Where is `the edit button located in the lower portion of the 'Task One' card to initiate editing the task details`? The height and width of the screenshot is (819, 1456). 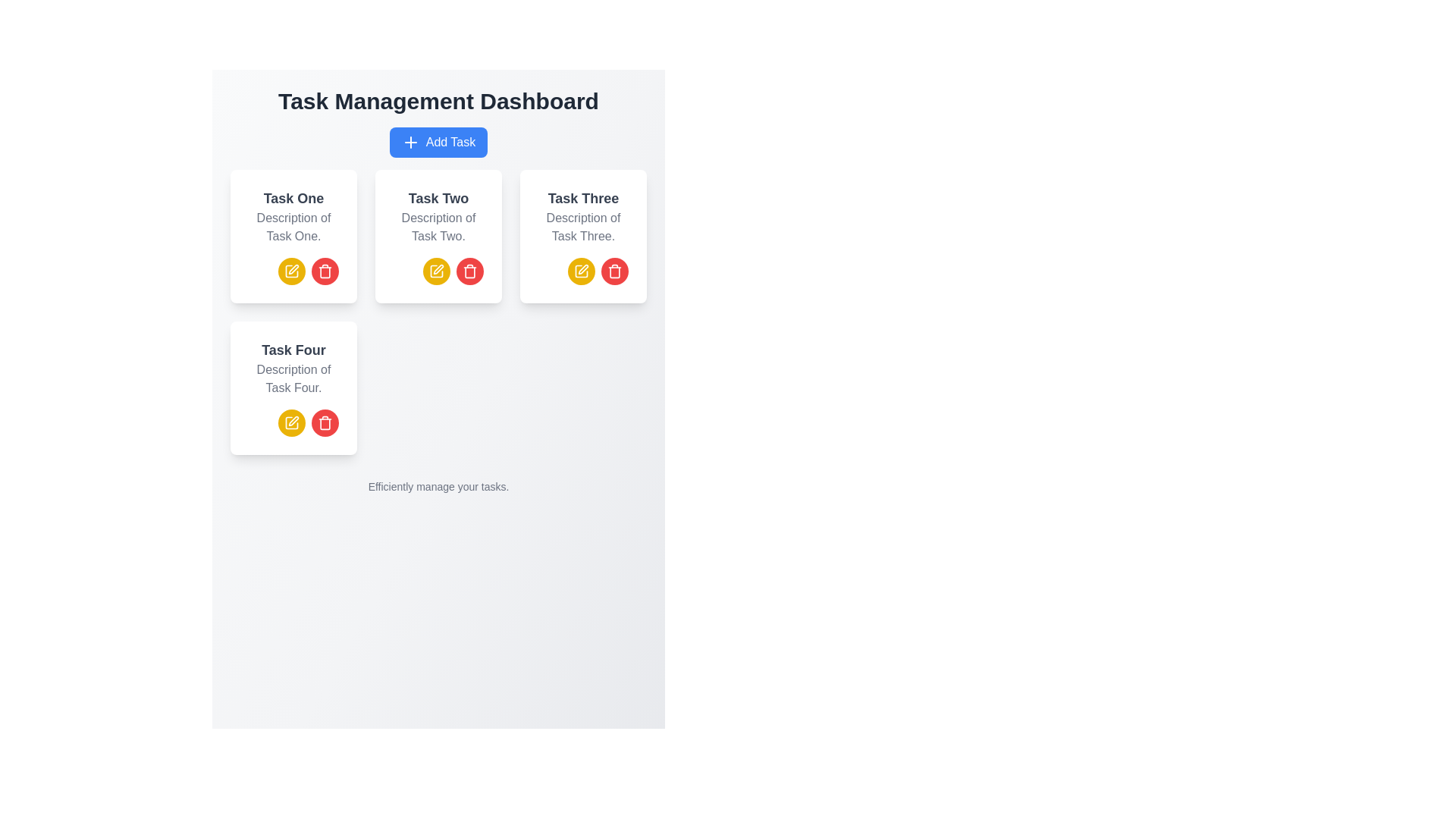 the edit button located in the lower portion of the 'Task One' card to initiate editing the task details is located at coordinates (293, 271).